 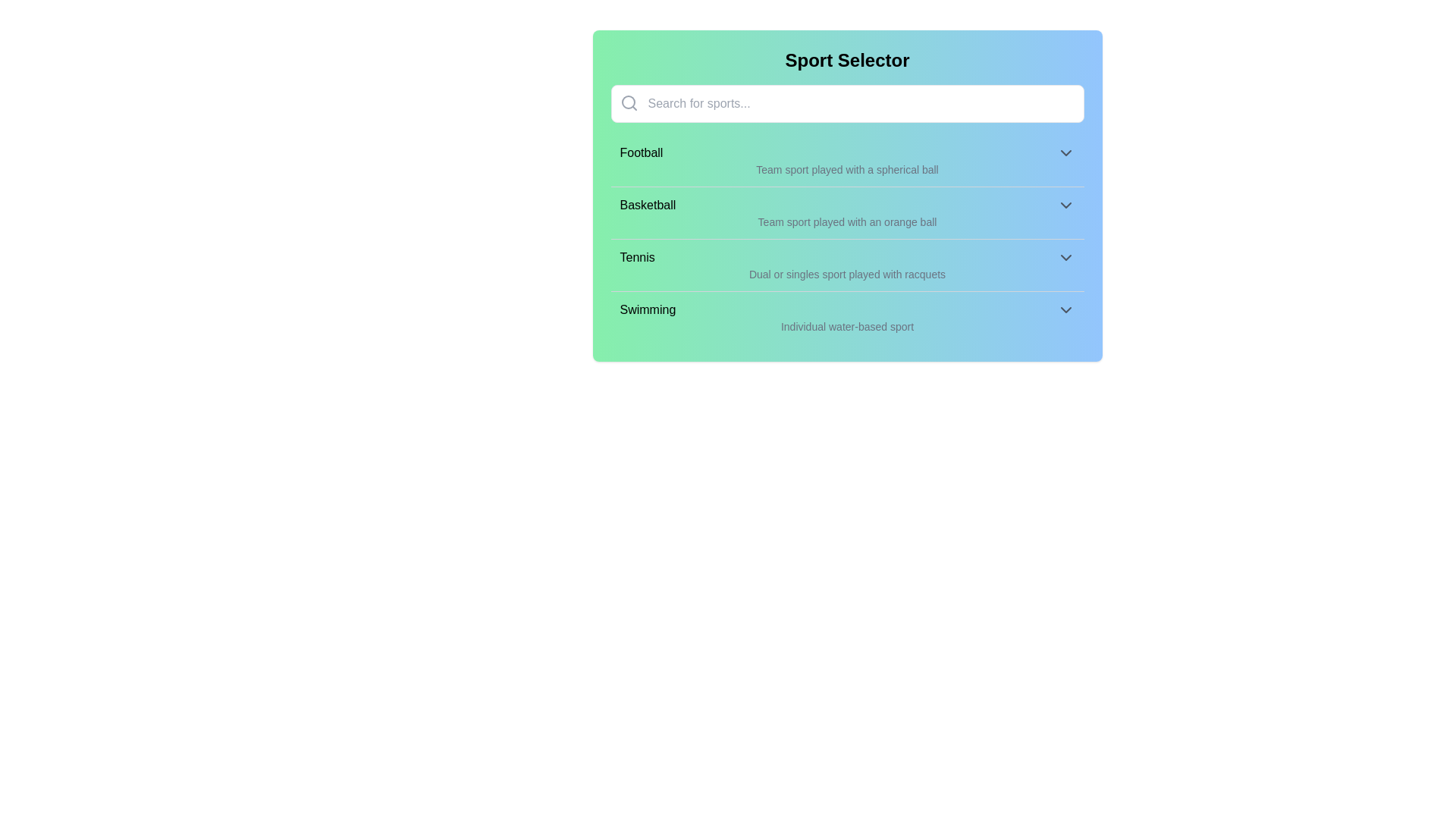 I want to click on the dropdown indicator icon located to the far right of the fourth row in the sports list, adjacent to the label 'Swimming', so click(x=1065, y=309).